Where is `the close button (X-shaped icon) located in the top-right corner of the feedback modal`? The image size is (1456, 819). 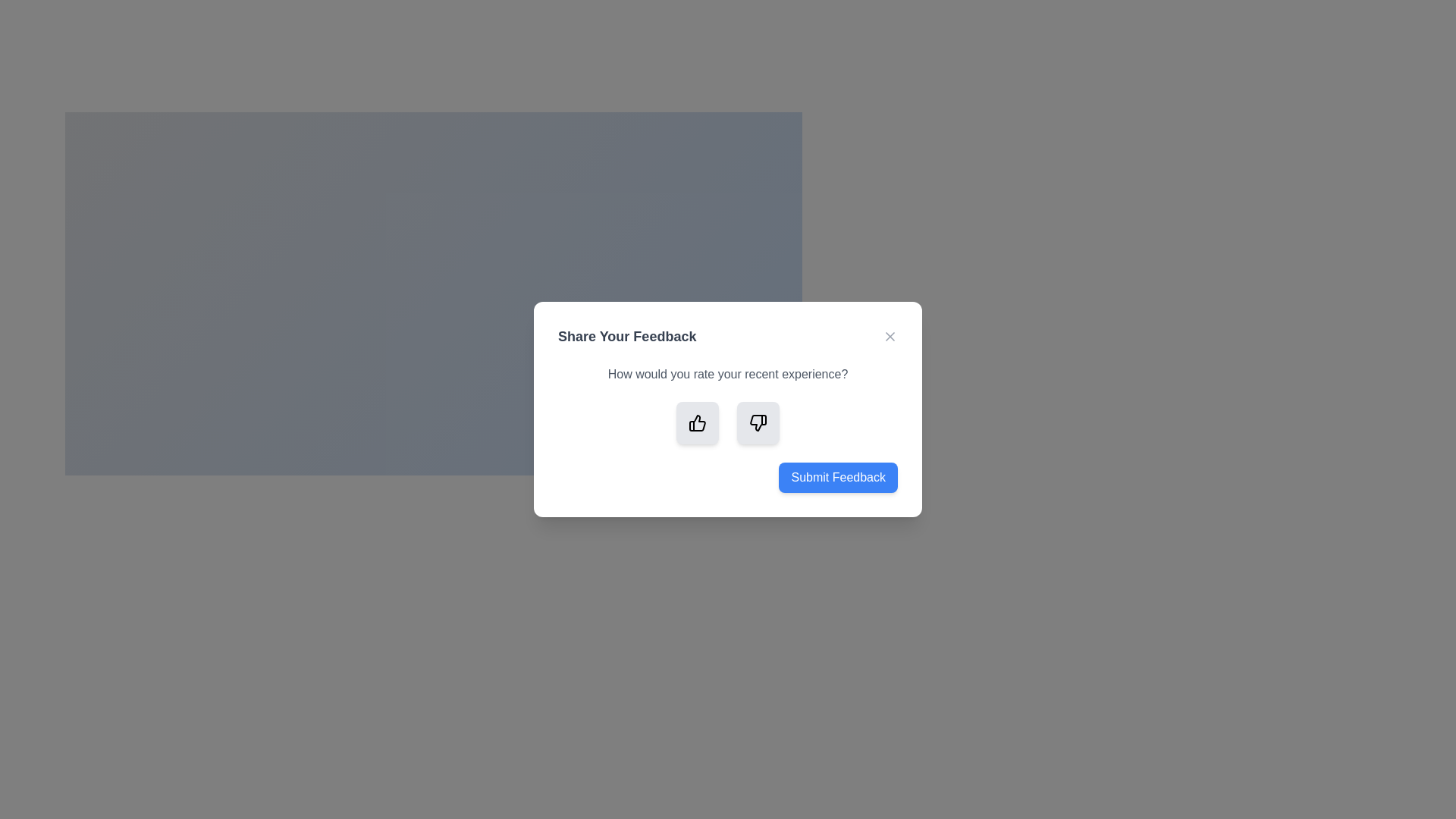 the close button (X-shaped icon) located in the top-right corner of the feedback modal is located at coordinates (890, 335).